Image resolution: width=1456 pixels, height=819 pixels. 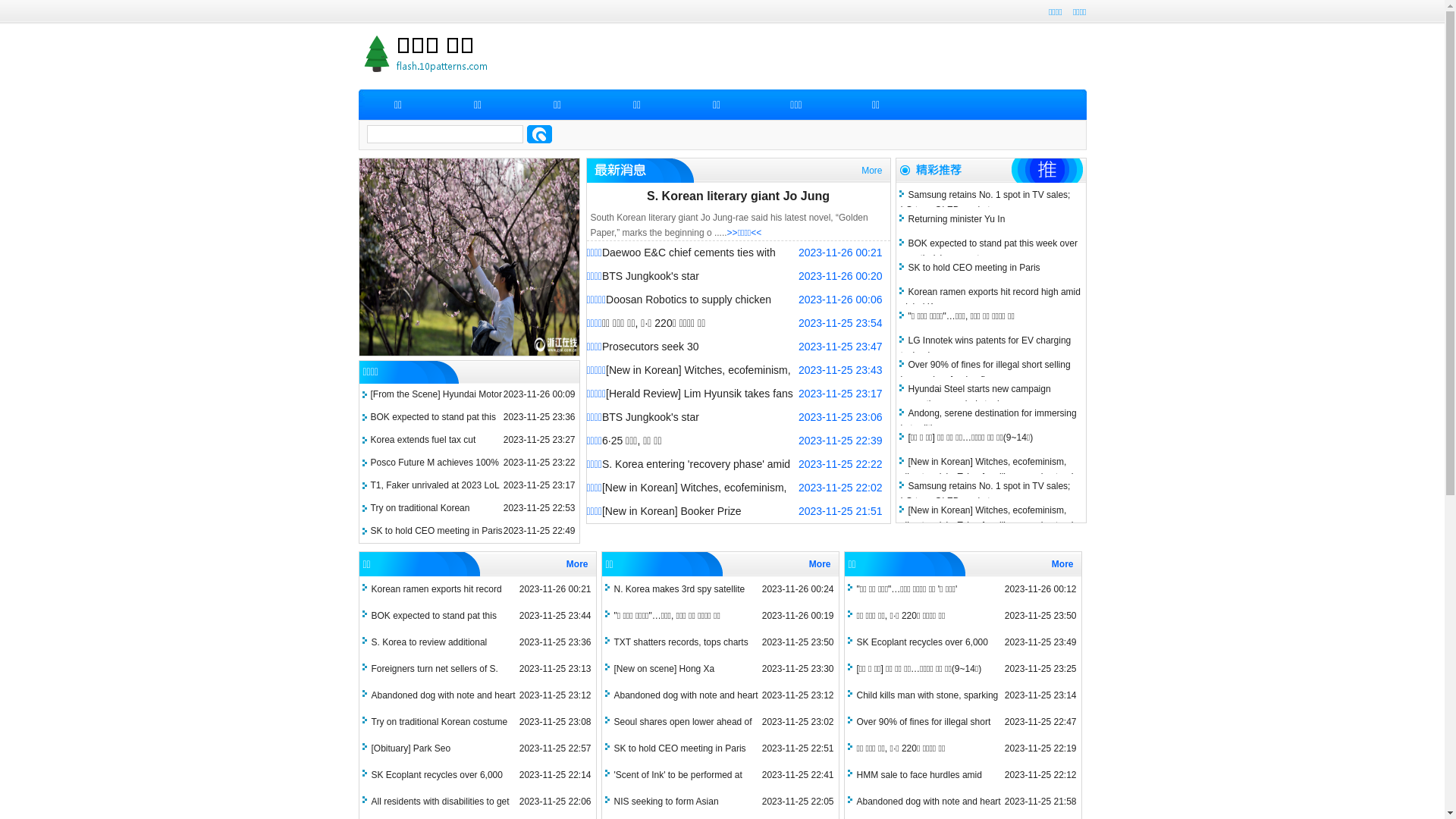 What do you see at coordinates (986, 201) in the screenshot?
I see `'Samsung retains No. 1 spot in TV sales; LG tops OLED market'` at bounding box center [986, 201].